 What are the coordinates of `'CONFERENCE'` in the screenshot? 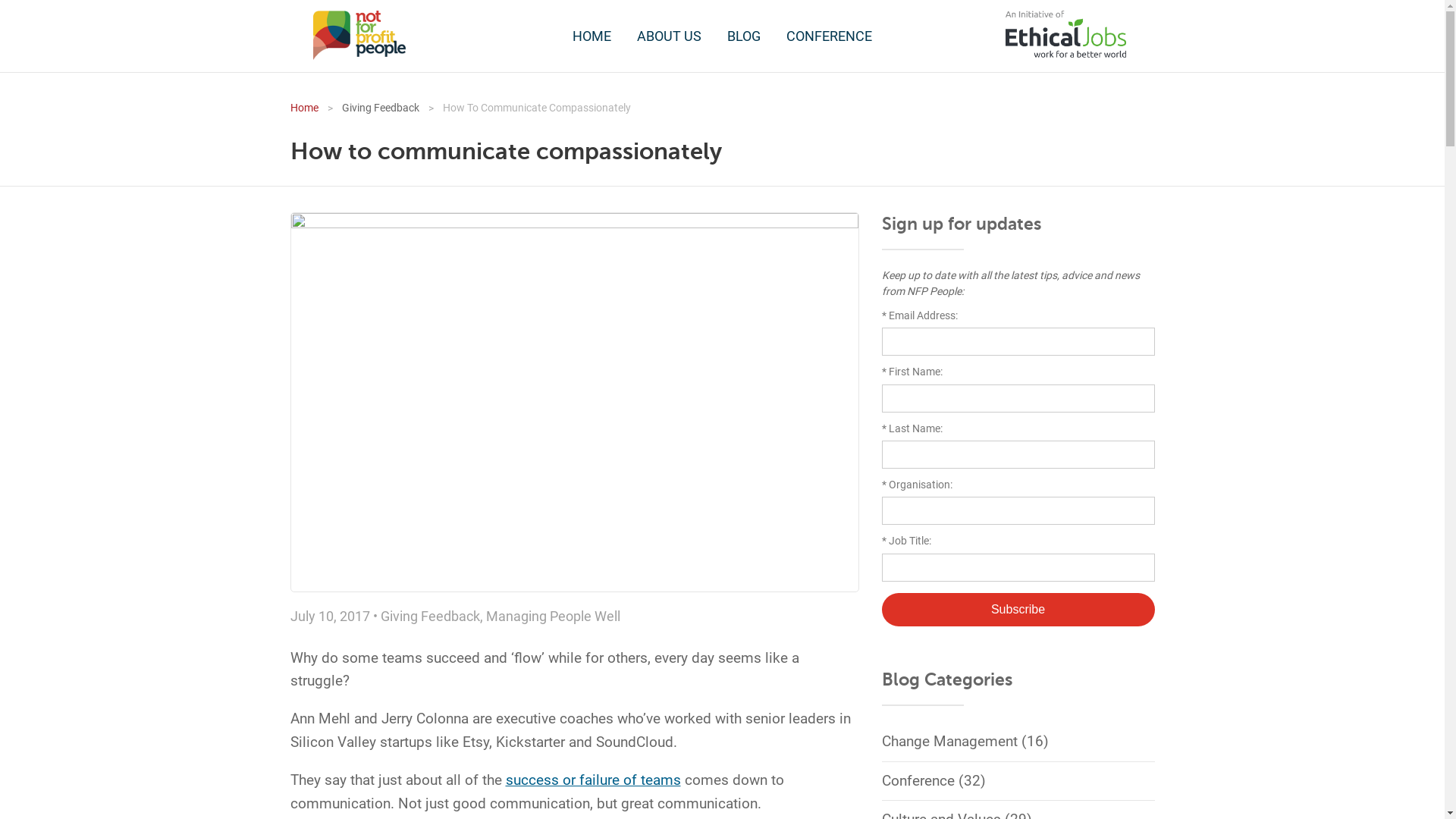 It's located at (775, 35).